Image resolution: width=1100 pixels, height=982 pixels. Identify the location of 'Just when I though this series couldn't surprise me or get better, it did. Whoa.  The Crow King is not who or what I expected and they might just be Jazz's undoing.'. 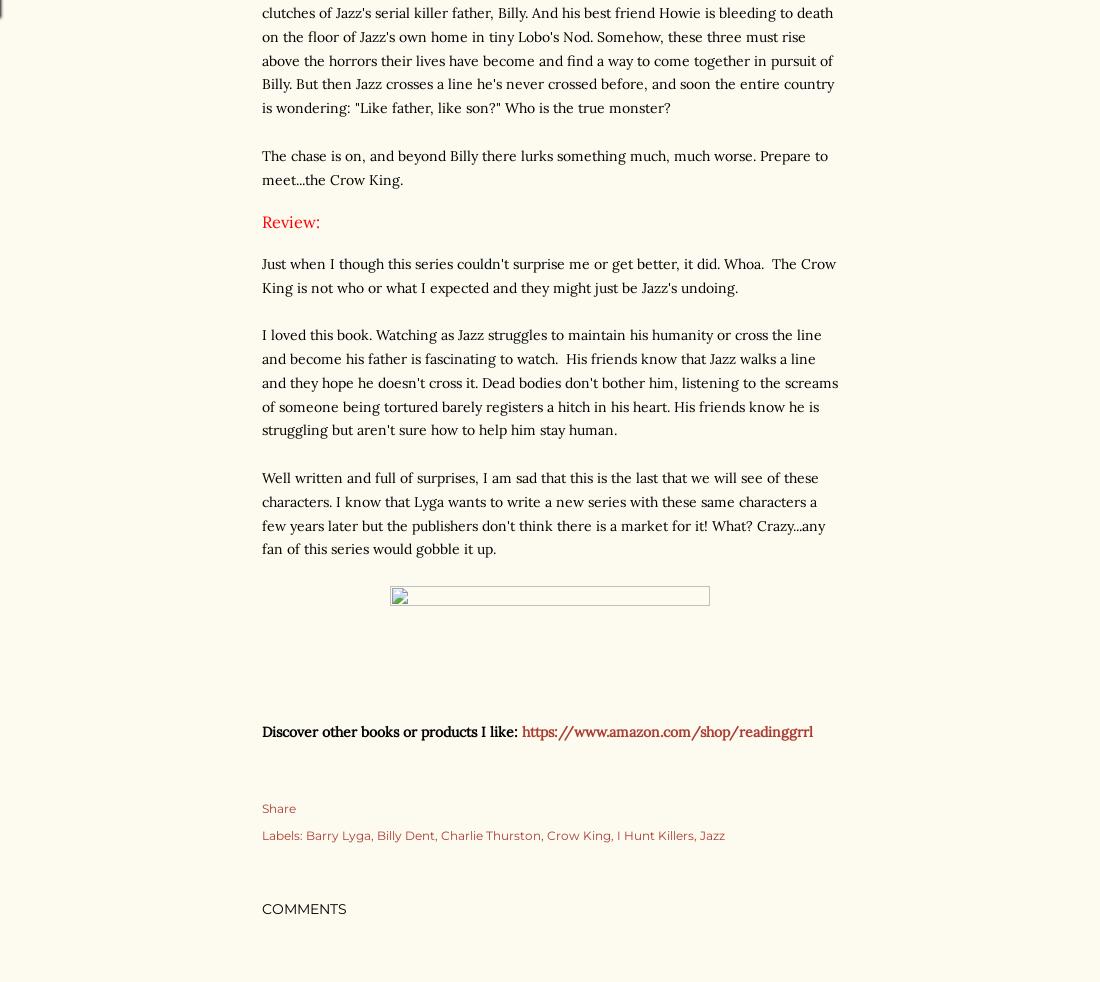
(549, 274).